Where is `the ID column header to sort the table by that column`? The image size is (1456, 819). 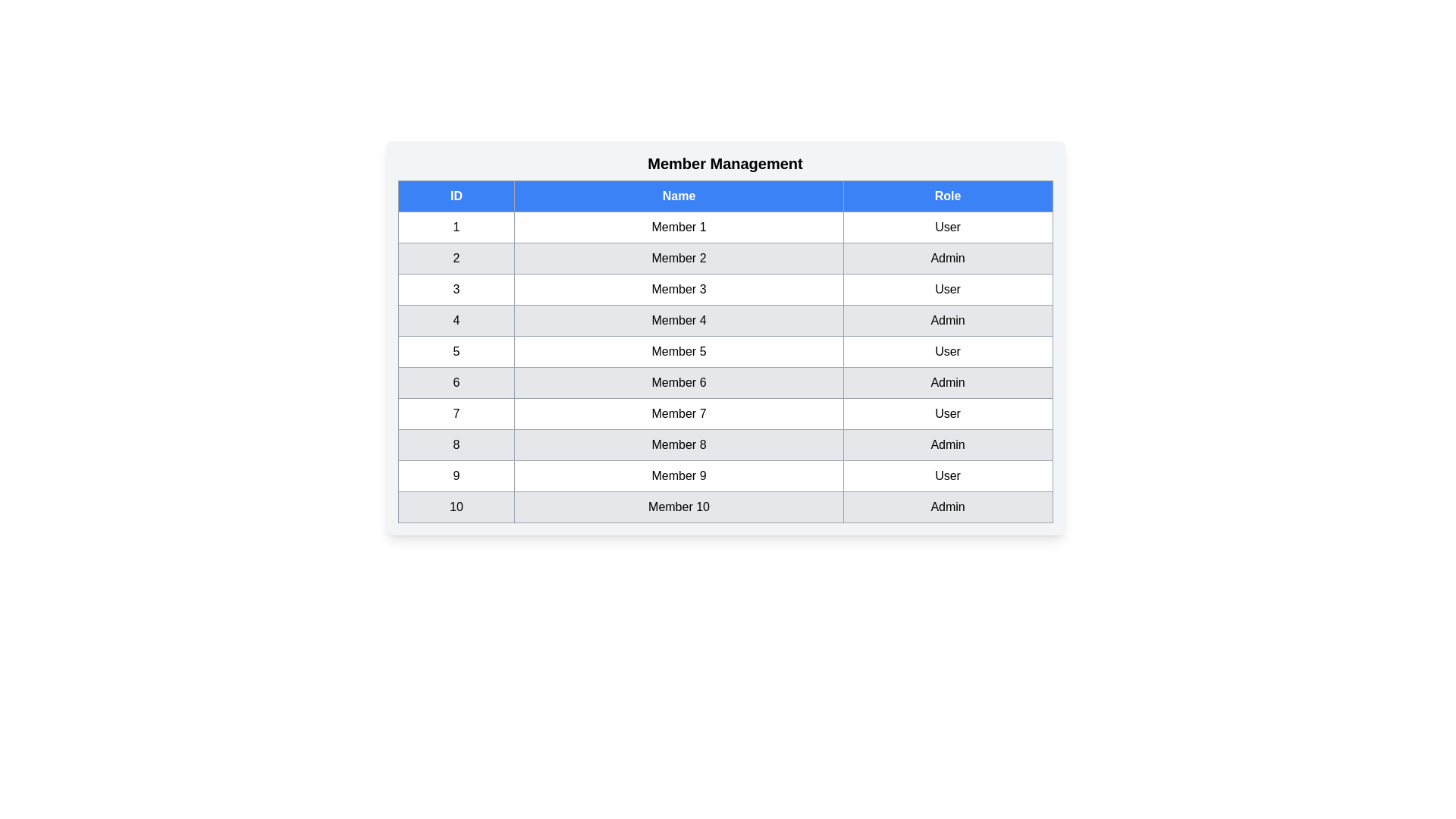 the ID column header to sort the table by that column is located at coordinates (455, 195).